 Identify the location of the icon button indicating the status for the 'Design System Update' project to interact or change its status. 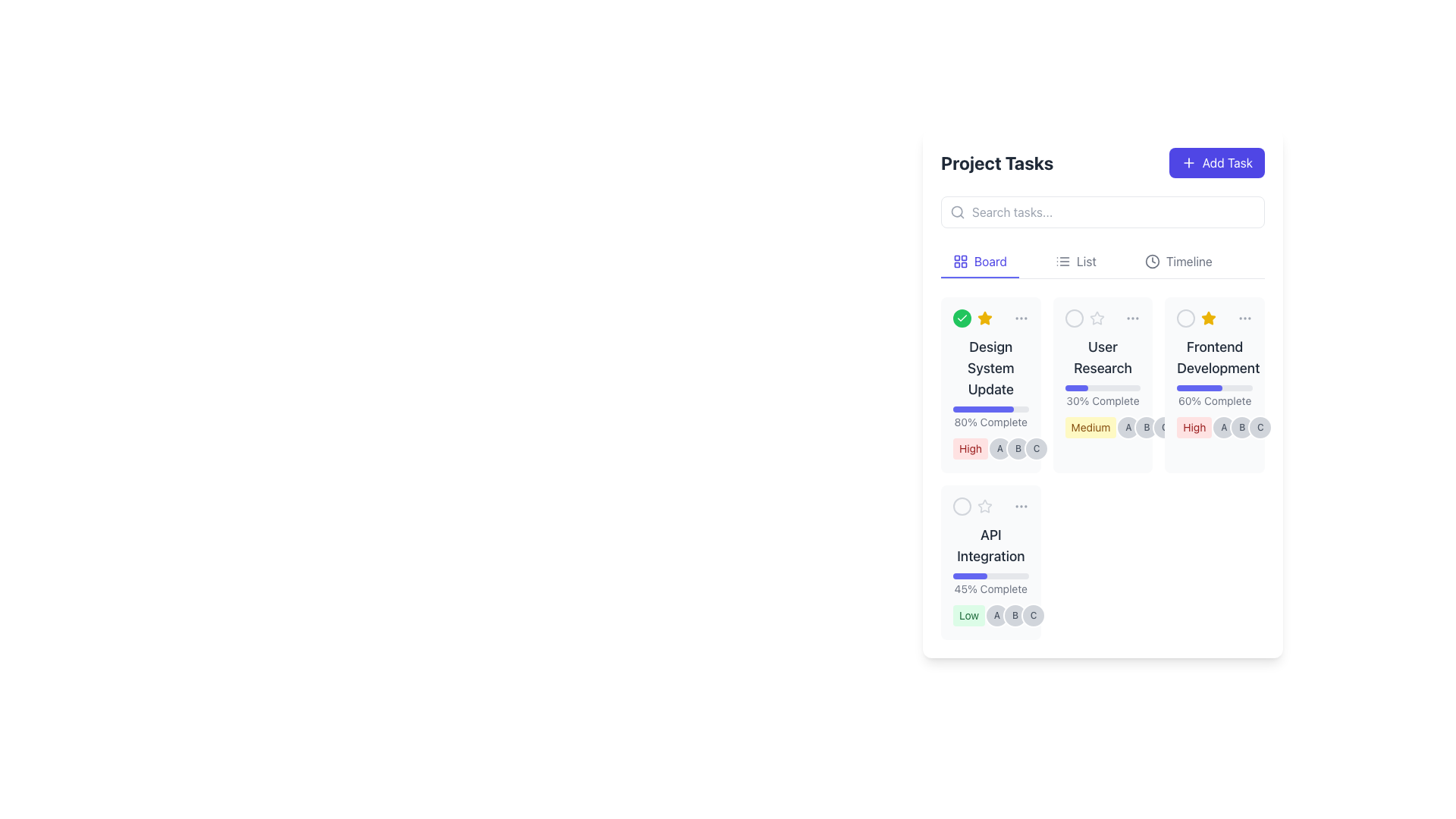
(961, 318).